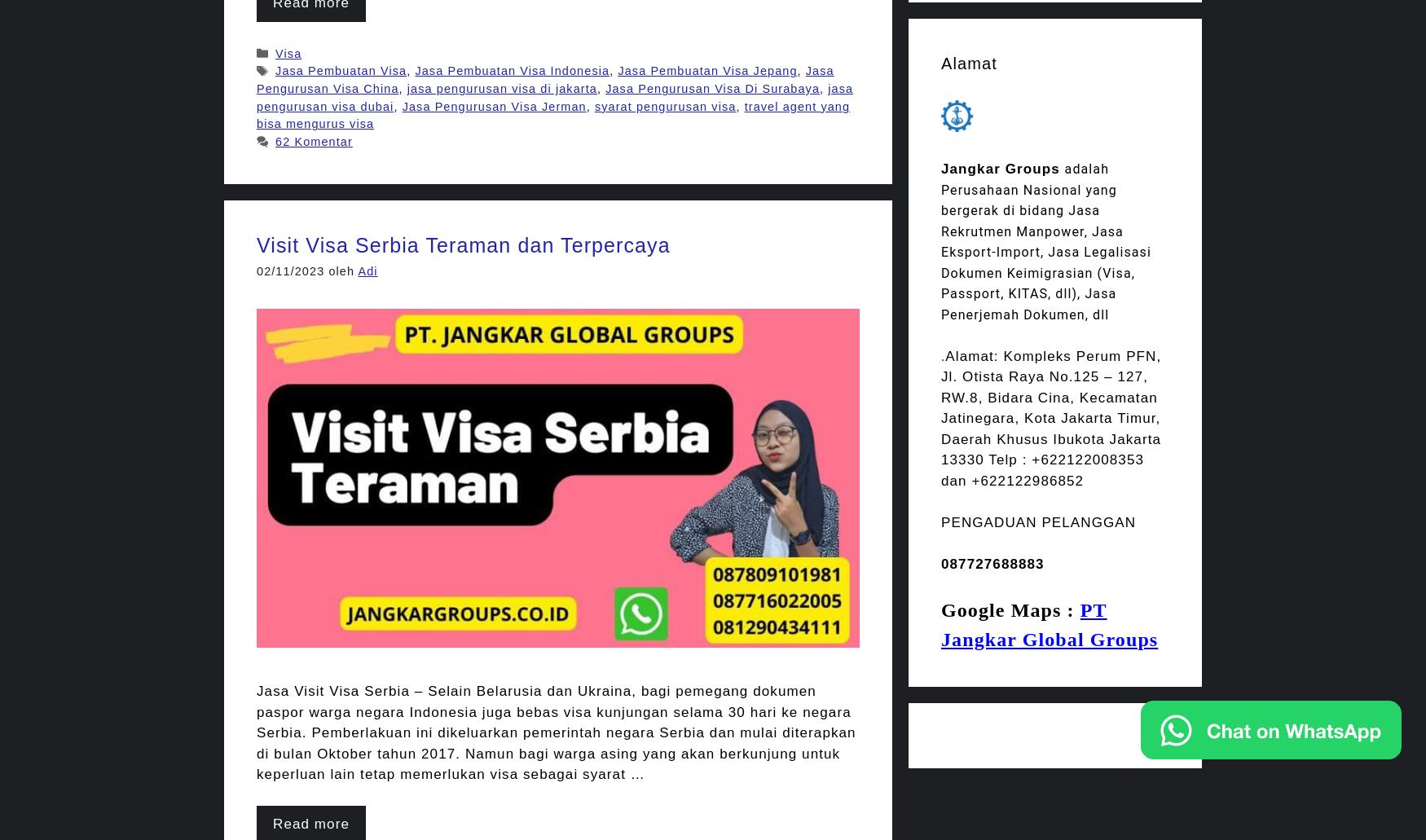  I want to click on 'Jasa Pengurusan Visa Jerman', so click(494, 105).